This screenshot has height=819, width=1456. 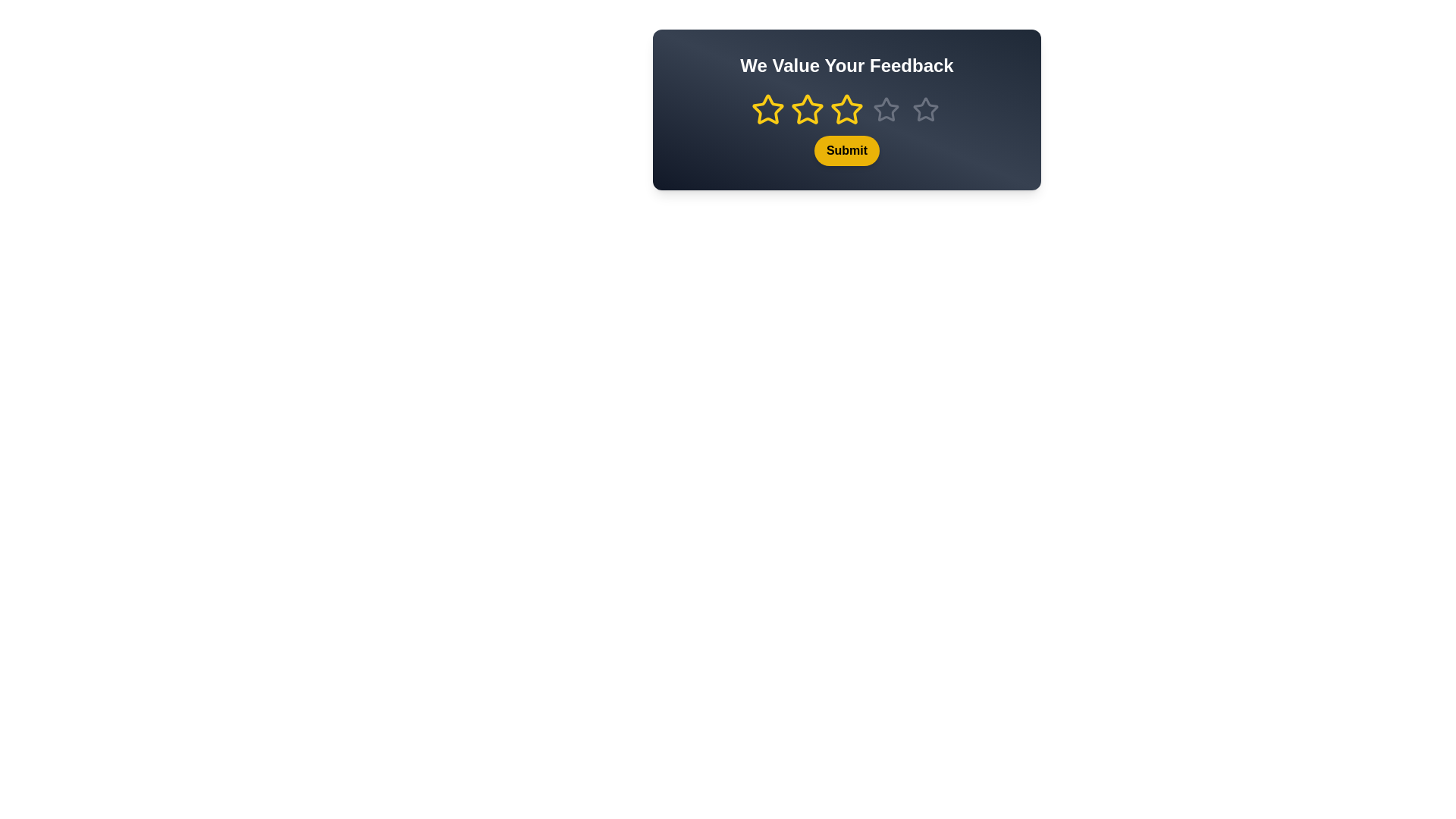 I want to click on the second star icon in the rating system at the top center of the feedback panel to assign a rating, so click(x=807, y=109).